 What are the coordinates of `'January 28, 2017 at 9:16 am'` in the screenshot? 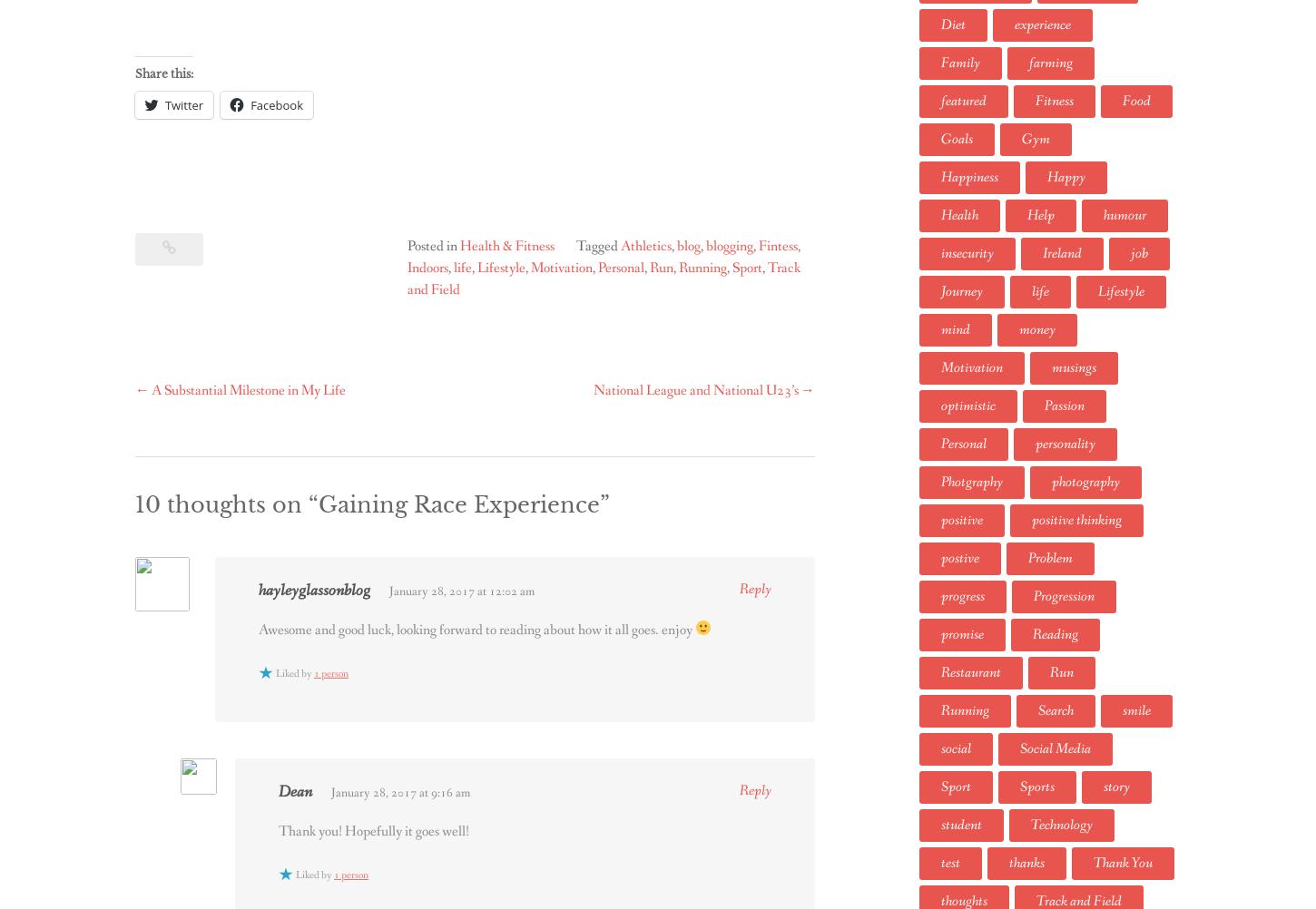 It's located at (399, 792).